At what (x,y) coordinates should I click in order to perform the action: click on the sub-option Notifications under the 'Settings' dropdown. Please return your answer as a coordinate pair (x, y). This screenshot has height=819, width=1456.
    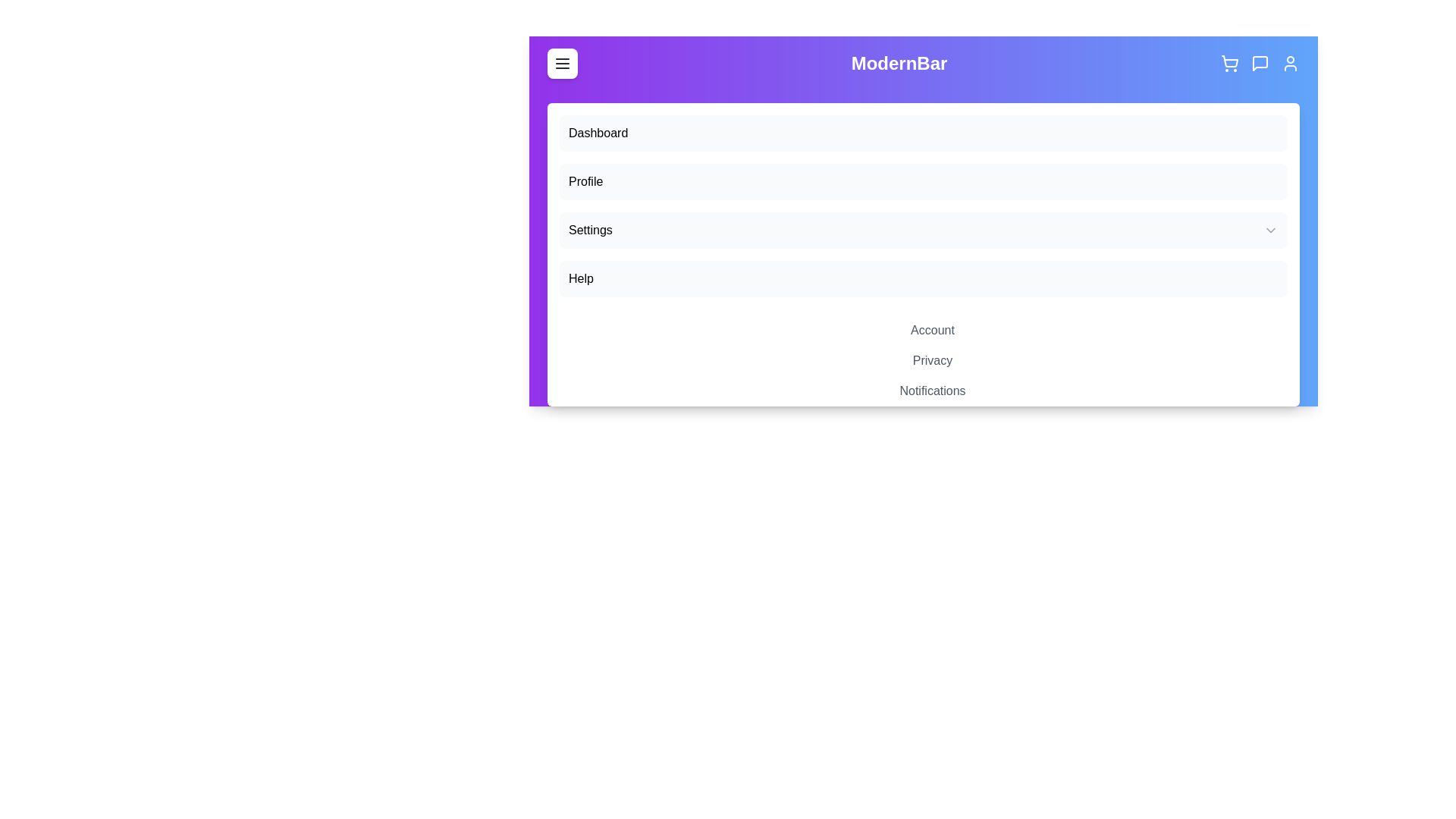
    Looking at the image, I should click on (931, 391).